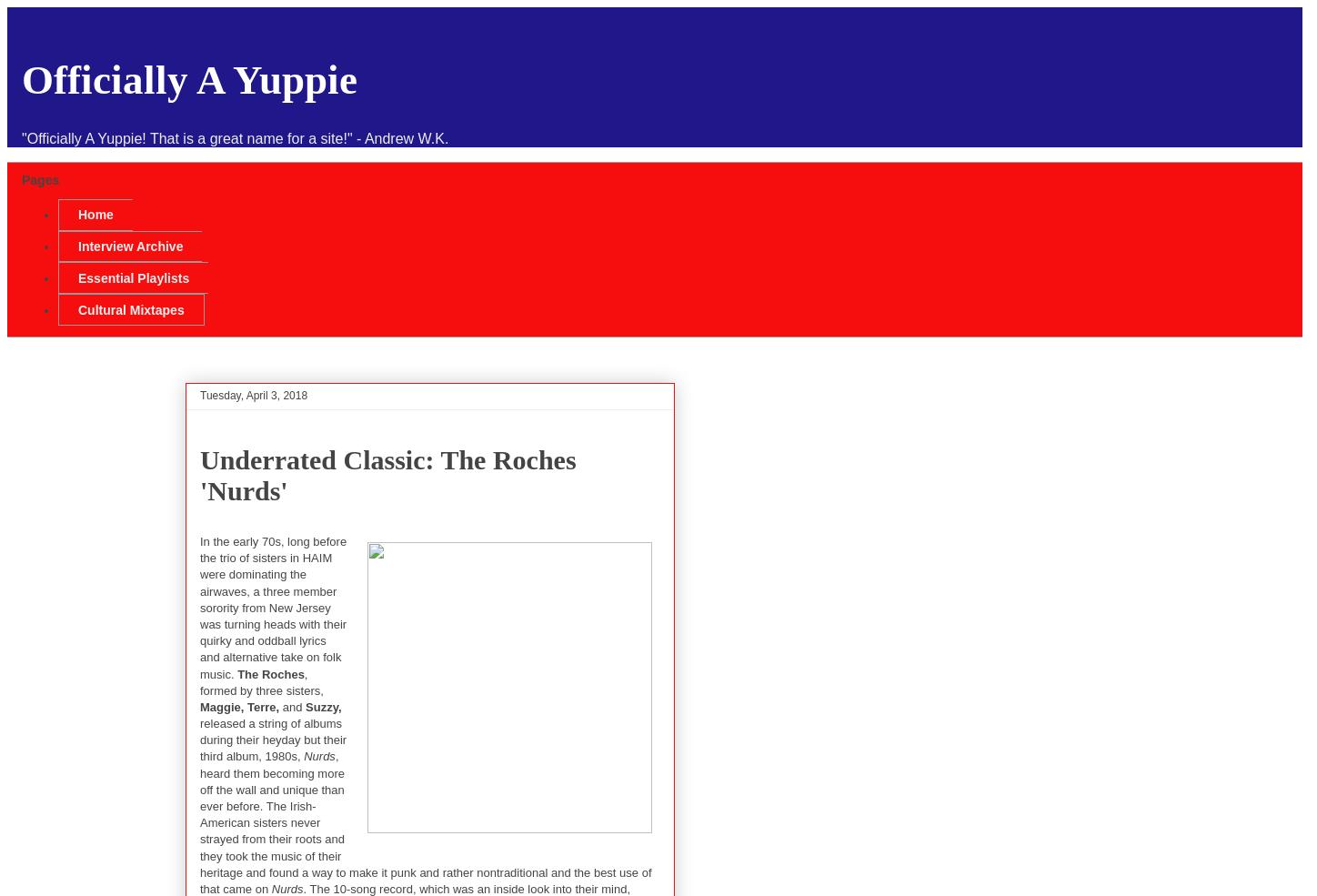 The image size is (1317, 896). What do you see at coordinates (132, 277) in the screenshot?
I see `'Essential Playlists'` at bounding box center [132, 277].